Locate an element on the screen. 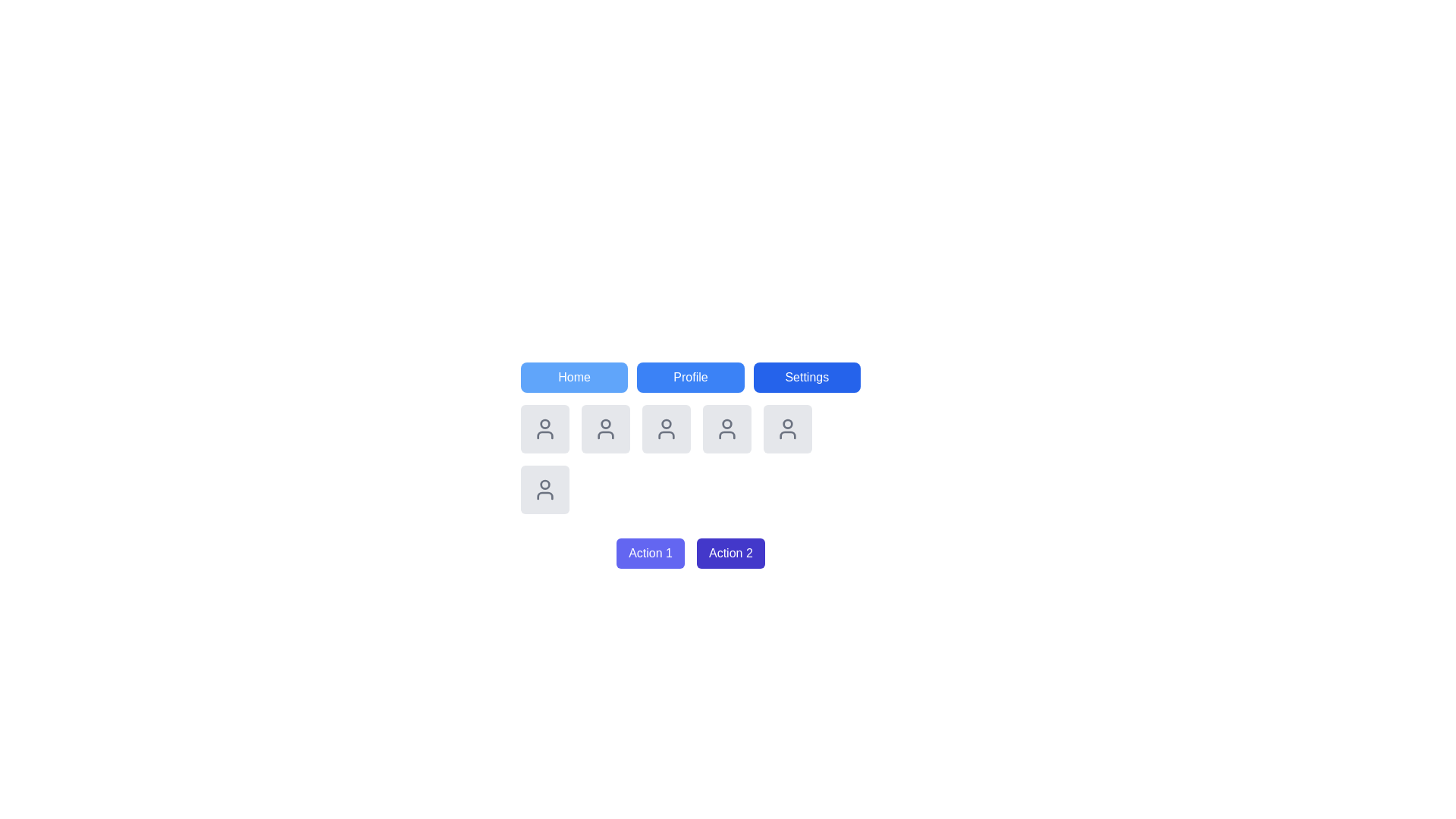 This screenshot has width=1456, height=819. the settings button, which is the third button in a horizontal row of three buttons located at the upper part of the interface is located at coordinates (806, 376).